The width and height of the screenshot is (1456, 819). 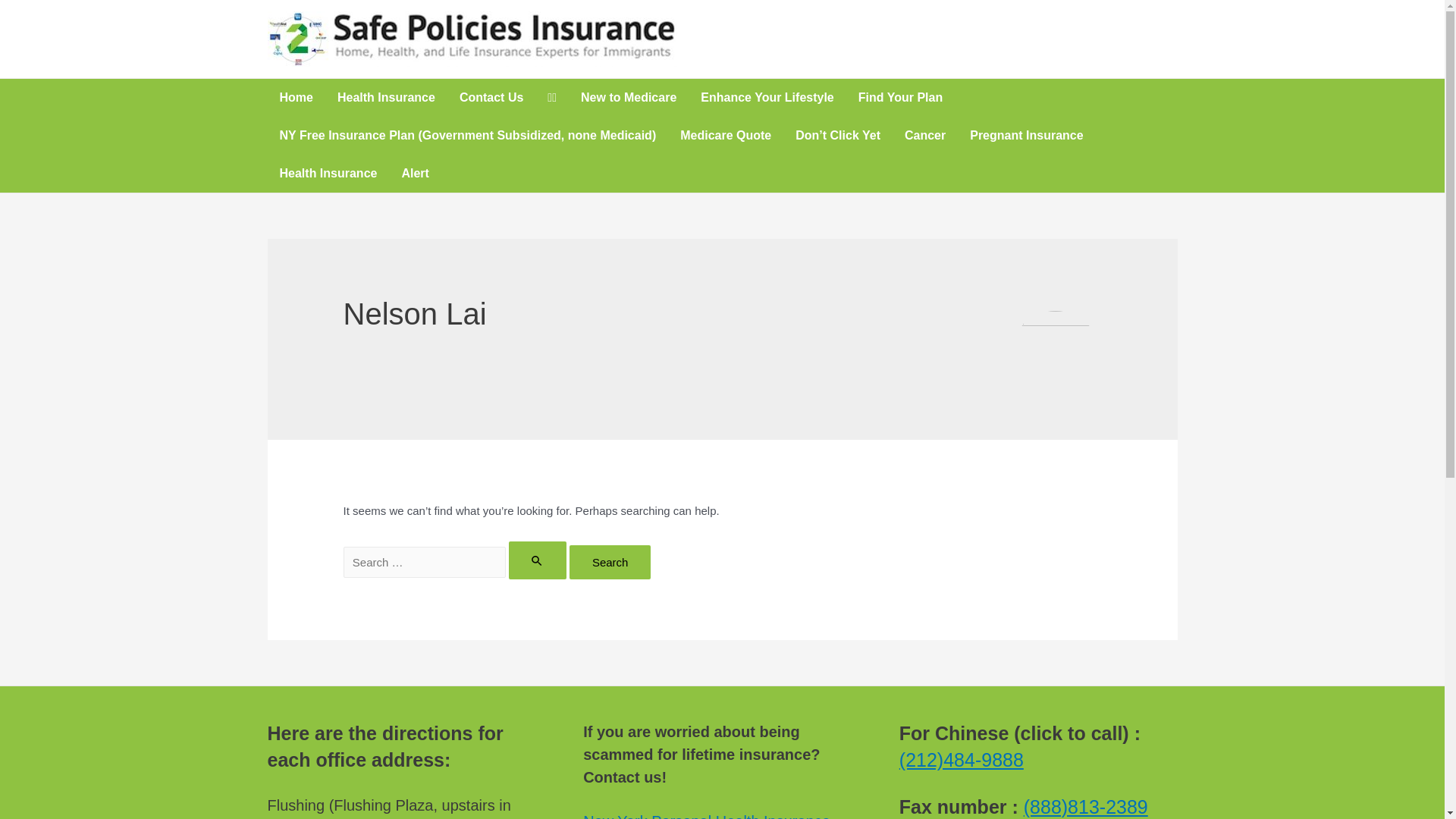 What do you see at coordinates (1084, 806) in the screenshot?
I see `'(888)813-2389'` at bounding box center [1084, 806].